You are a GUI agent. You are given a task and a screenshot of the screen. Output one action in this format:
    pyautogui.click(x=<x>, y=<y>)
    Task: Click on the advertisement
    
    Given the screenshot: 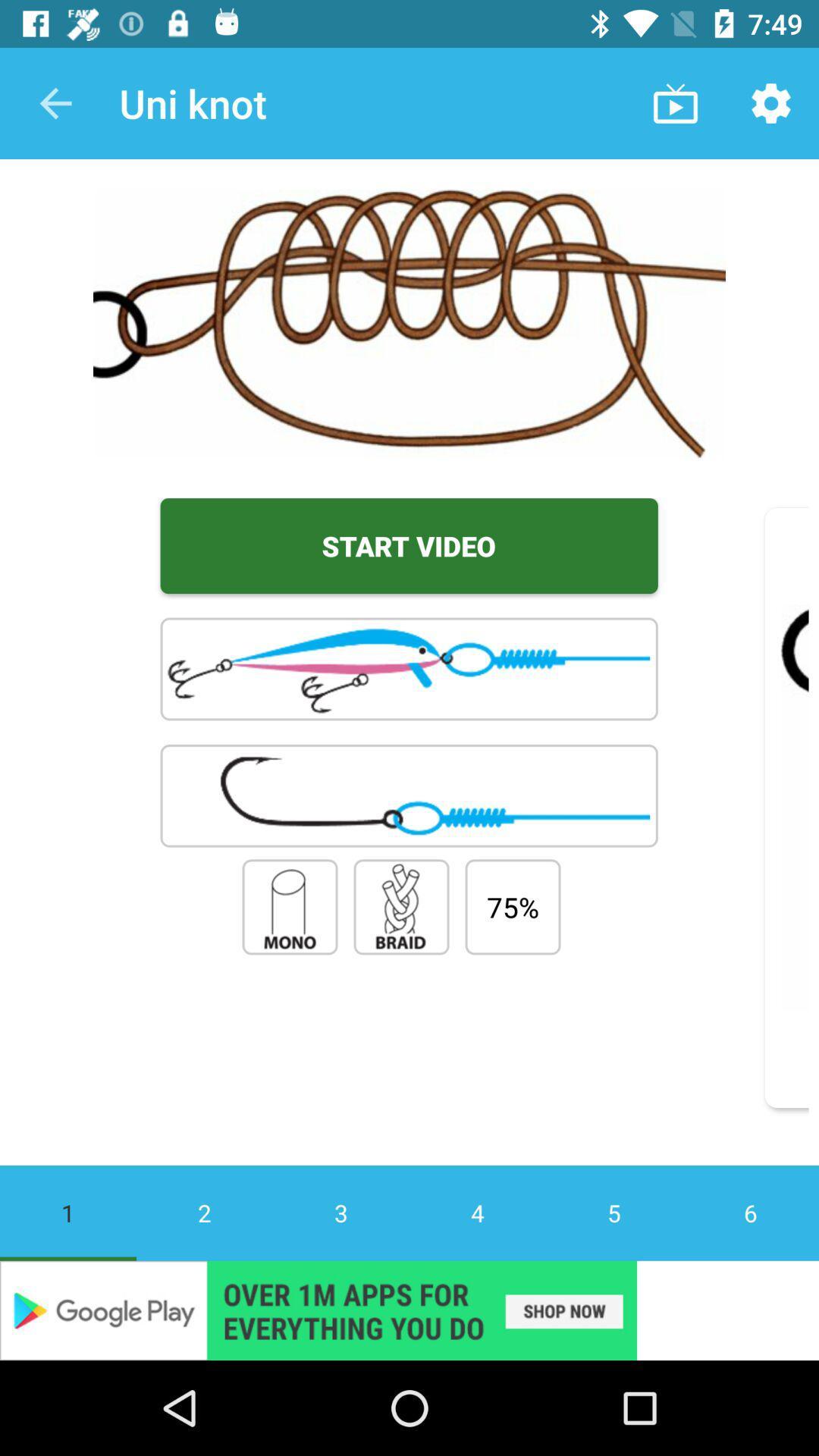 What is the action you would take?
    pyautogui.click(x=409, y=1310)
    